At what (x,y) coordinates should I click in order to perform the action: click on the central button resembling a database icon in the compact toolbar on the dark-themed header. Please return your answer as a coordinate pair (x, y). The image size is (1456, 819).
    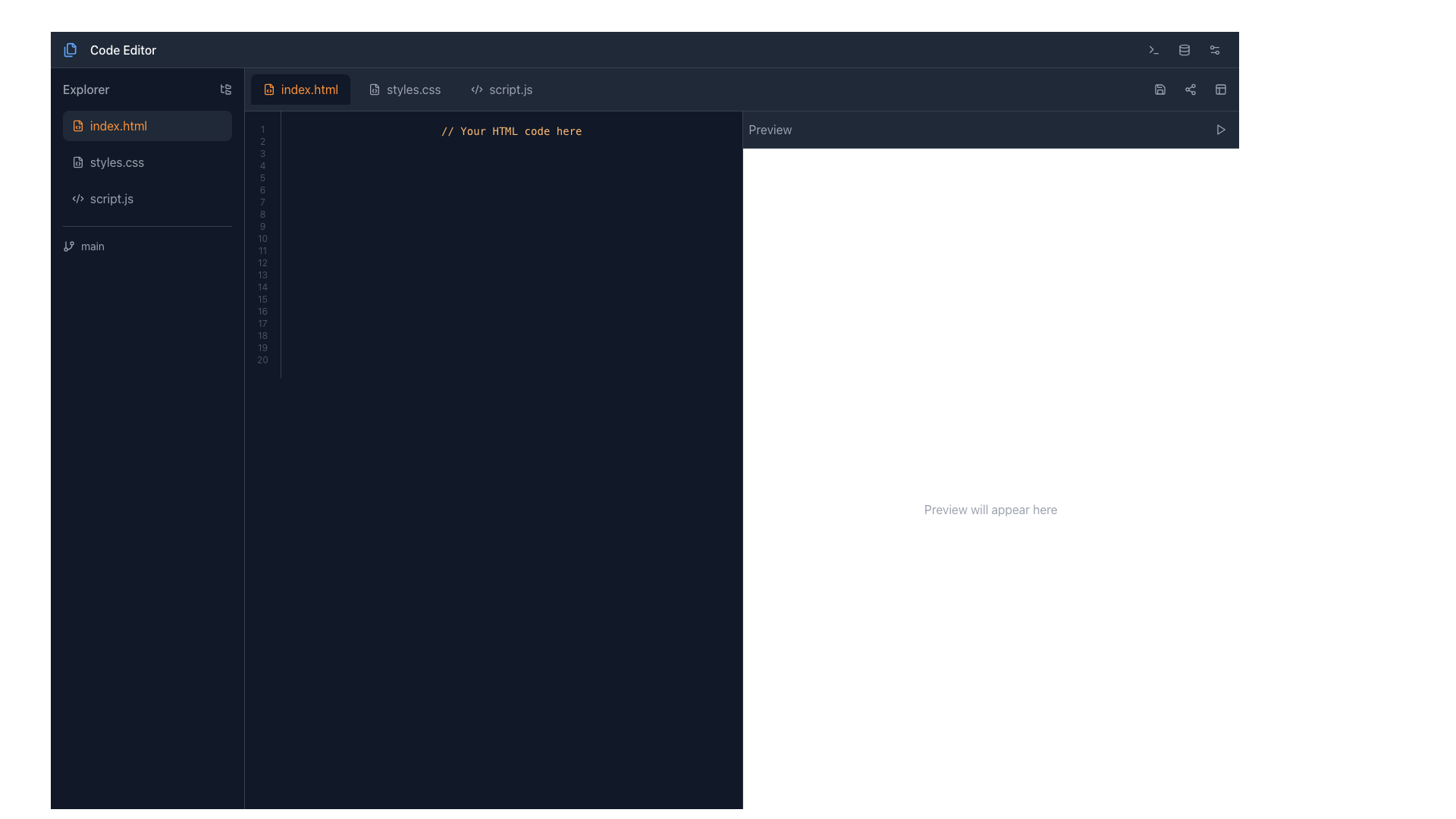
    Looking at the image, I should click on (1183, 49).